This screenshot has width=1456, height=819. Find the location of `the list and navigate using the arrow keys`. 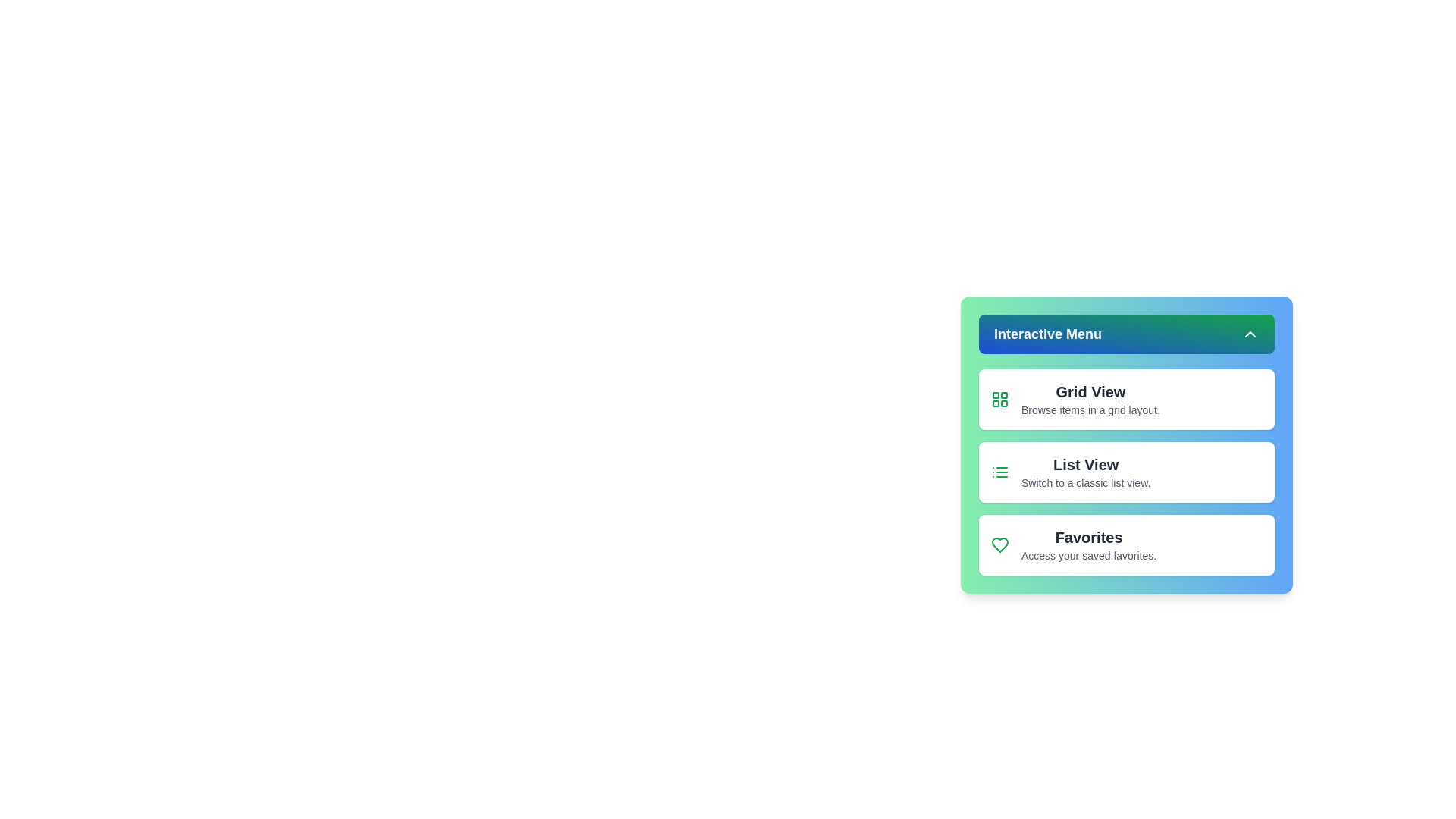

the list and navigate using the arrow keys is located at coordinates (1127, 399).